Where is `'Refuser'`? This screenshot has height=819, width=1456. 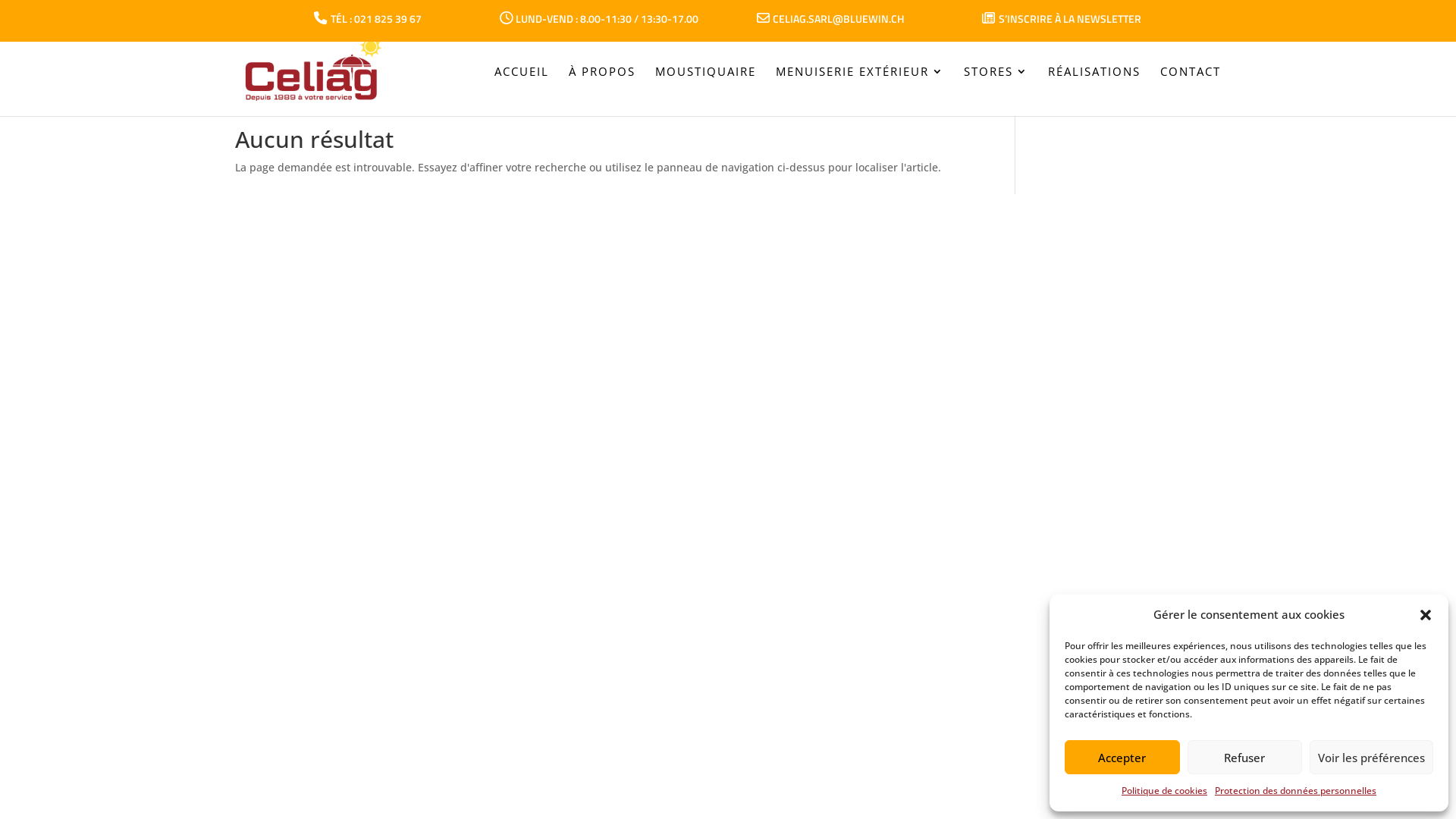 'Refuser' is located at coordinates (1244, 757).